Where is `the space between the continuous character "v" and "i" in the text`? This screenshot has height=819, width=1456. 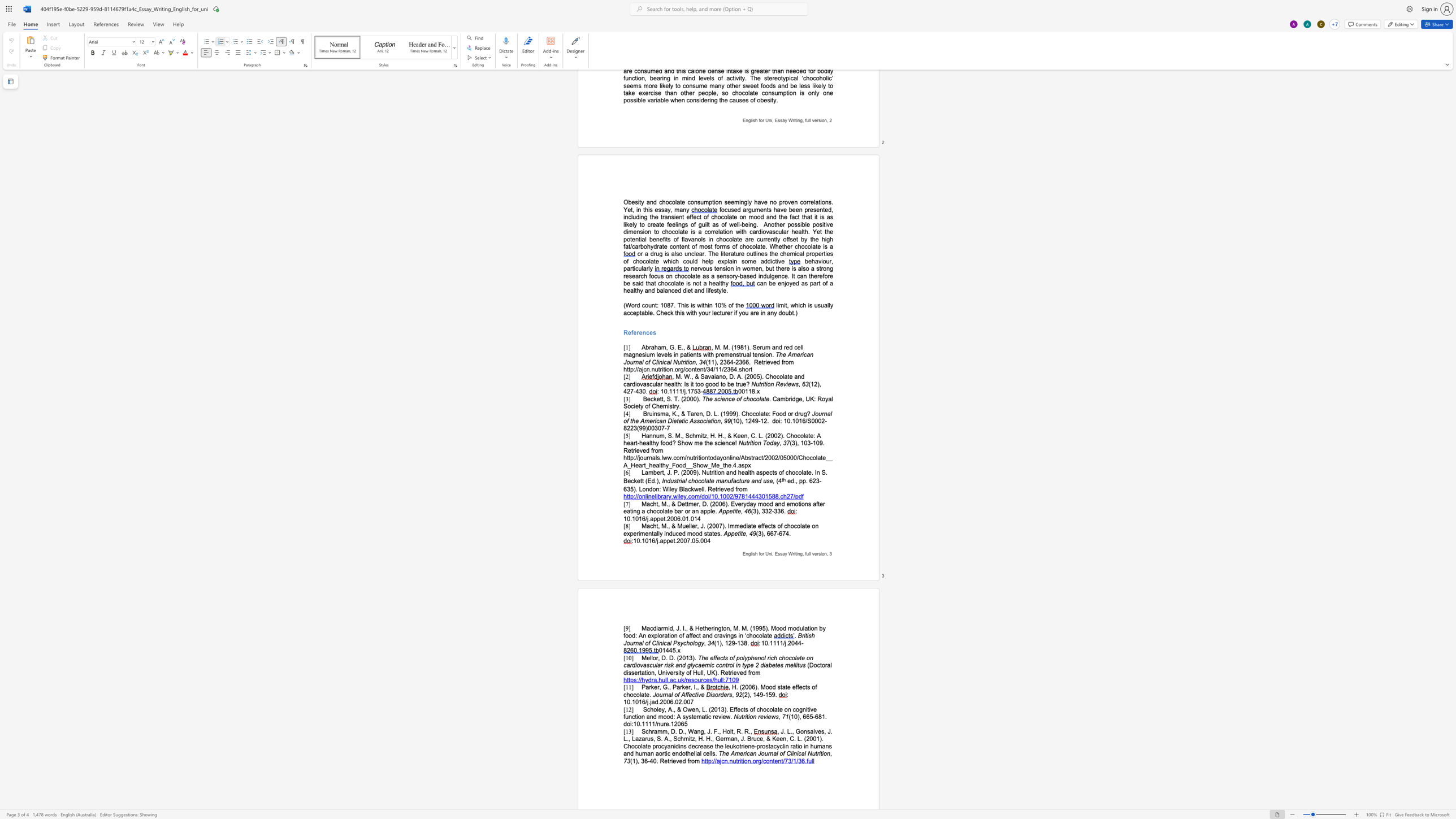
the space between the continuous character "v" and "i" in the text is located at coordinates (765, 717).